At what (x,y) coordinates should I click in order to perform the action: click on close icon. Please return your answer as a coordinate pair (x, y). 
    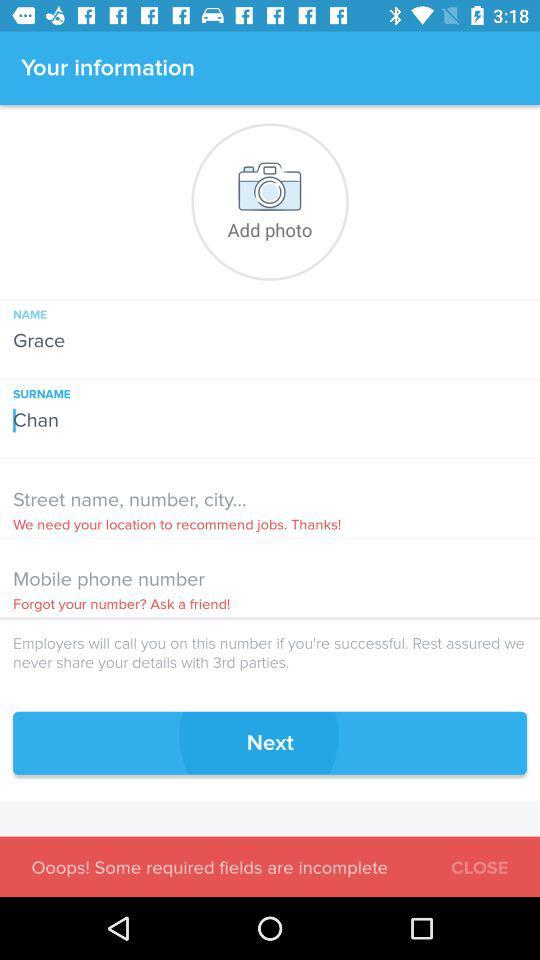
    Looking at the image, I should click on (478, 864).